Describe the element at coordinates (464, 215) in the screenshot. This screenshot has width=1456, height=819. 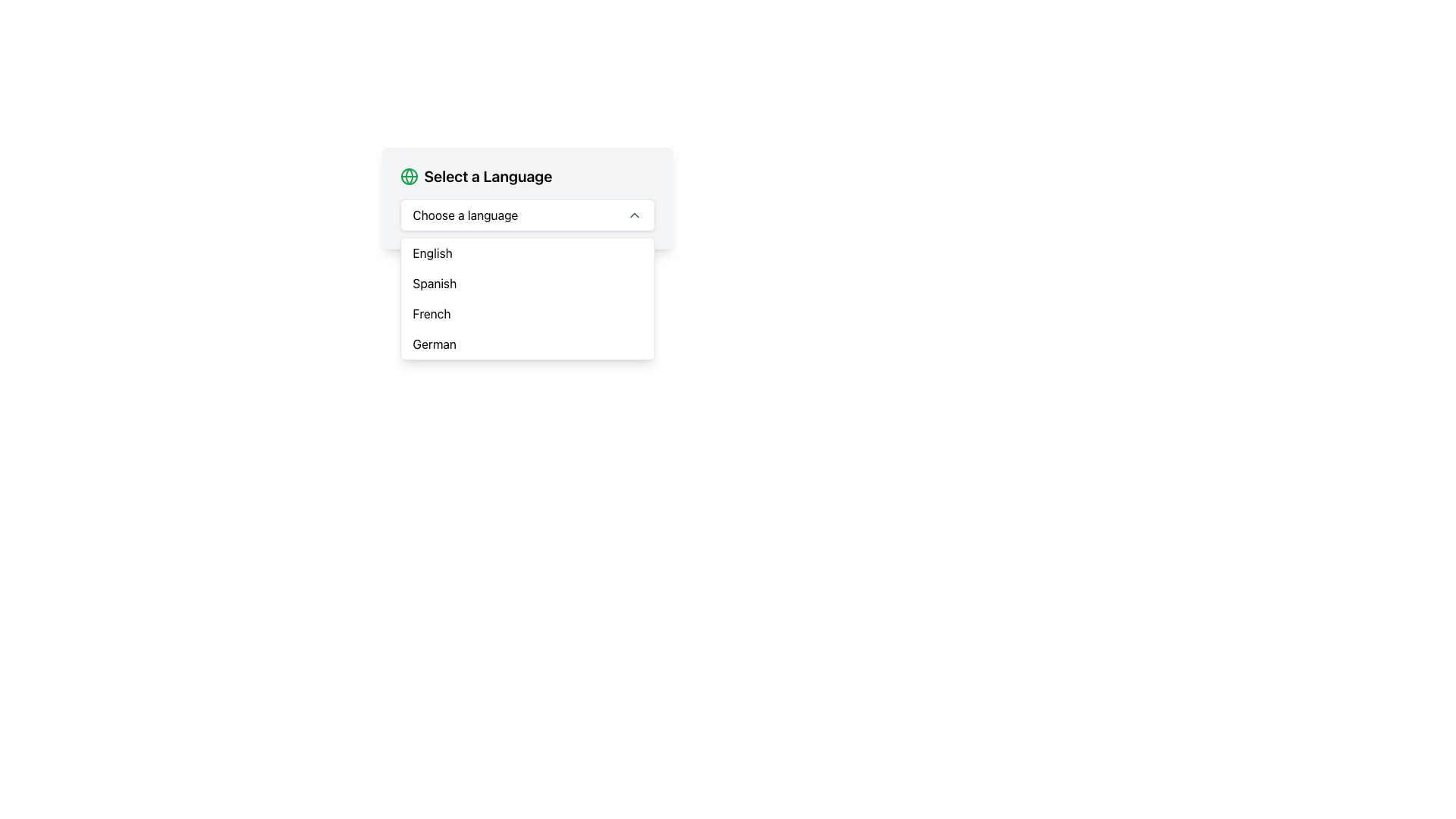
I see `the Text Display element that guides the user to select a language from the dropdown menu, which is positioned to the left of the chevron icon` at that location.